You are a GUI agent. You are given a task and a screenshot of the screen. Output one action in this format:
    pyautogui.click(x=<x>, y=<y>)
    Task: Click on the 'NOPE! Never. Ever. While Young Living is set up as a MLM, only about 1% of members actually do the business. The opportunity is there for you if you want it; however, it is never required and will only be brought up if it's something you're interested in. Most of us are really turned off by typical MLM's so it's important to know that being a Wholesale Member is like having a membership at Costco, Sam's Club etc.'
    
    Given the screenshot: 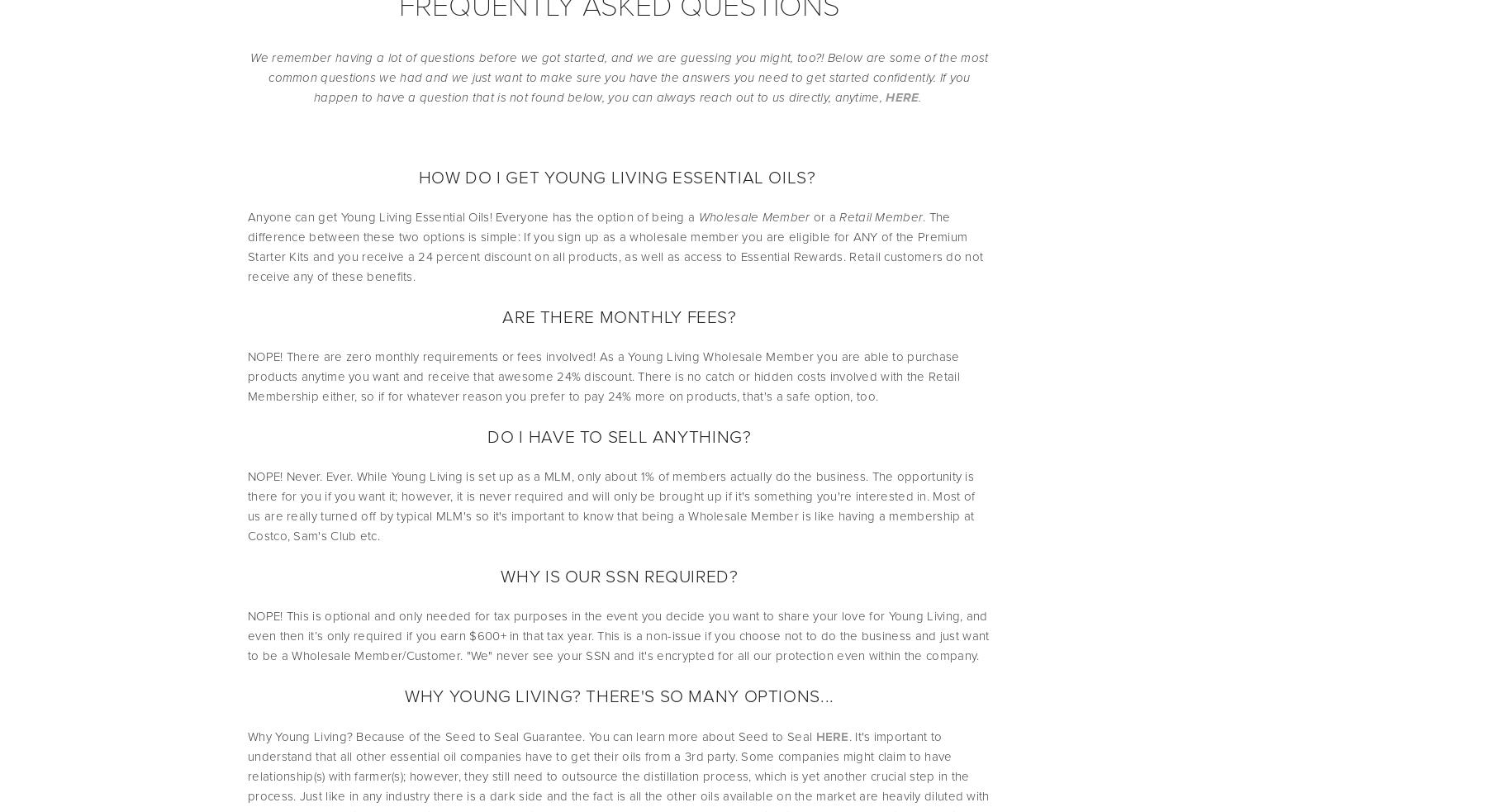 What is the action you would take?
    pyautogui.click(x=611, y=506)
    